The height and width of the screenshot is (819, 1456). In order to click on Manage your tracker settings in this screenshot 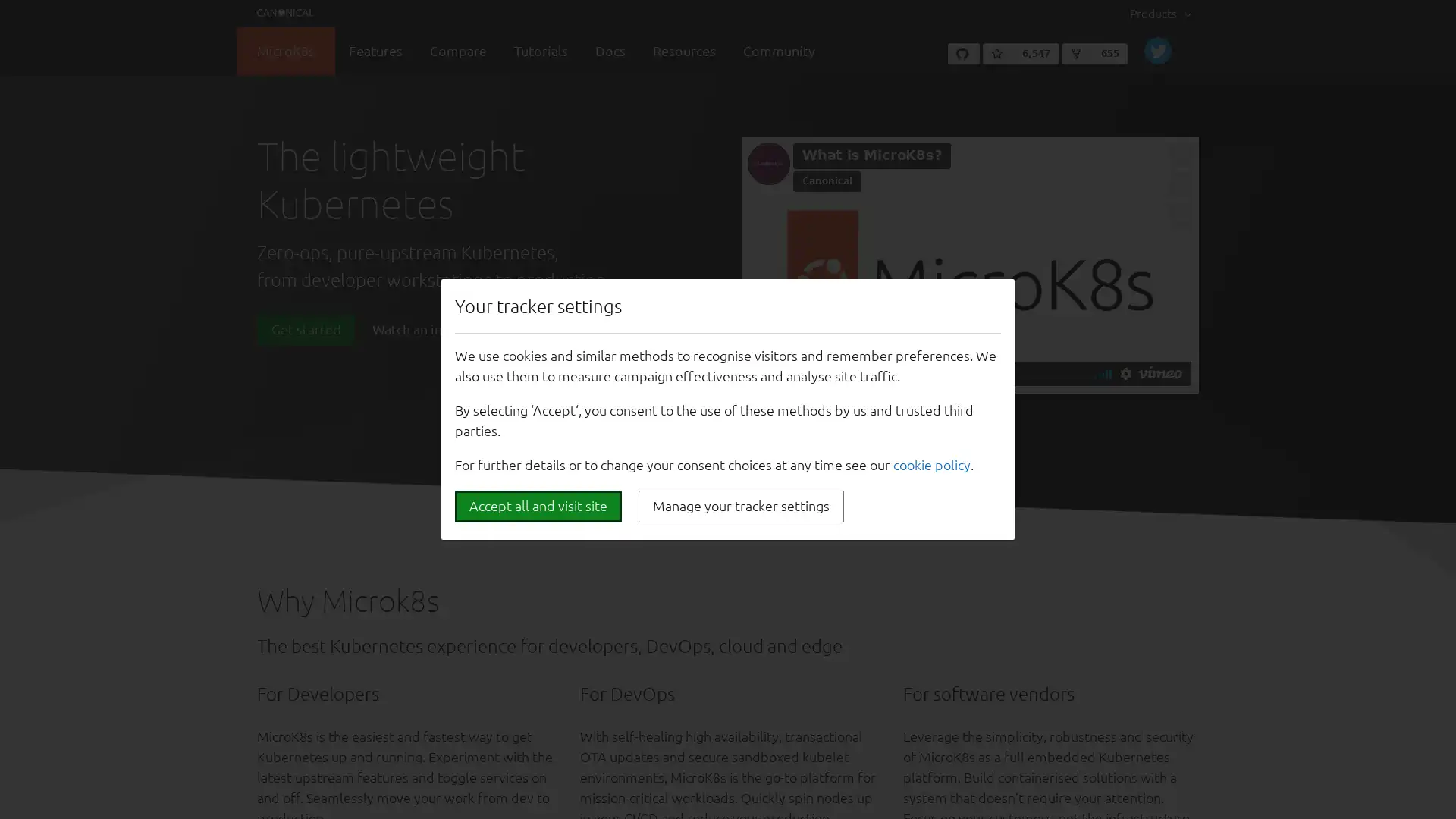, I will do `click(741, 506)`.